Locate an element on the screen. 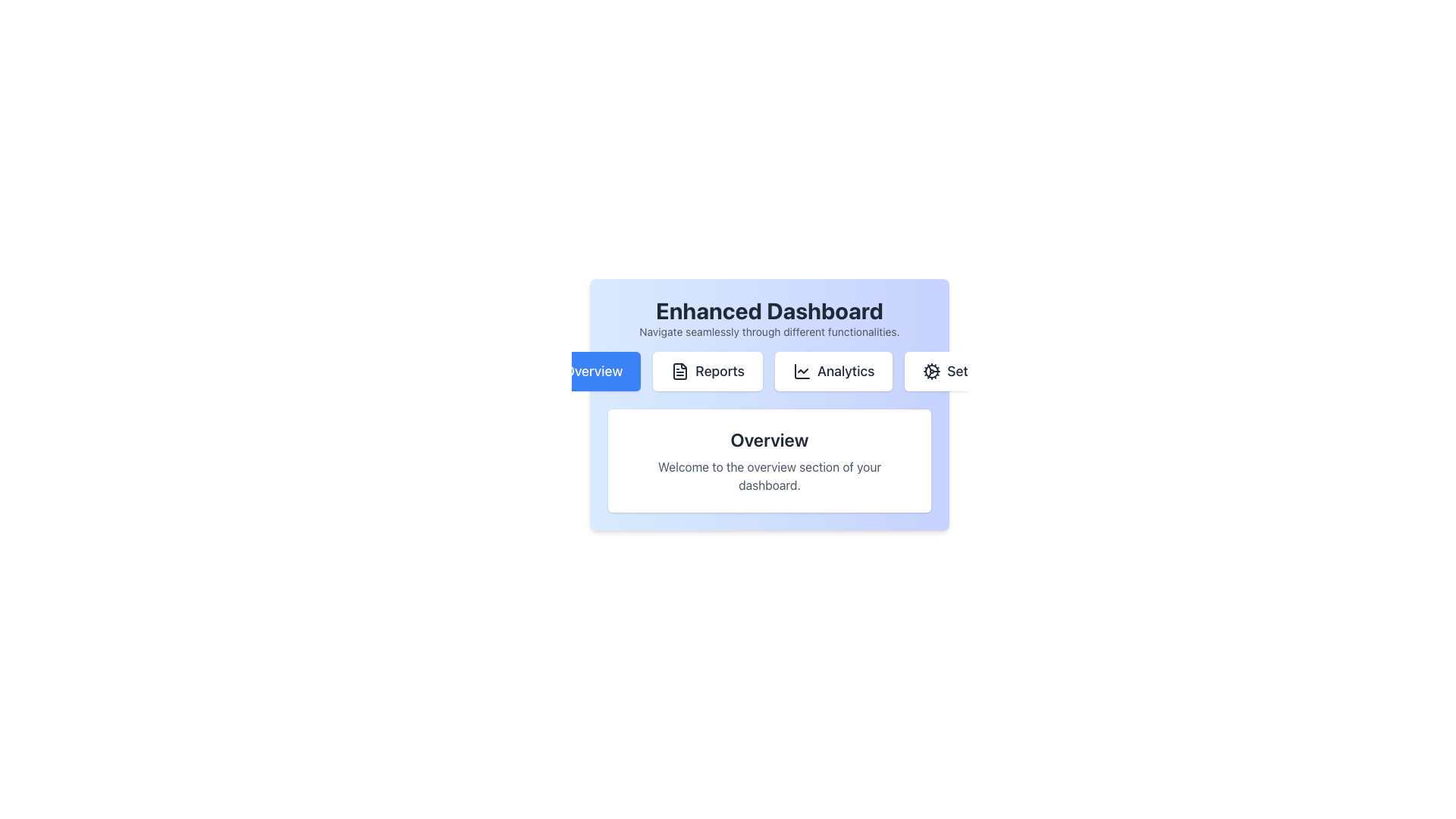  informational text block located at the center of the lower section of the dashboard card, which provides a brief introduction to the 'Overview' section is located at coordinates (769, 460).